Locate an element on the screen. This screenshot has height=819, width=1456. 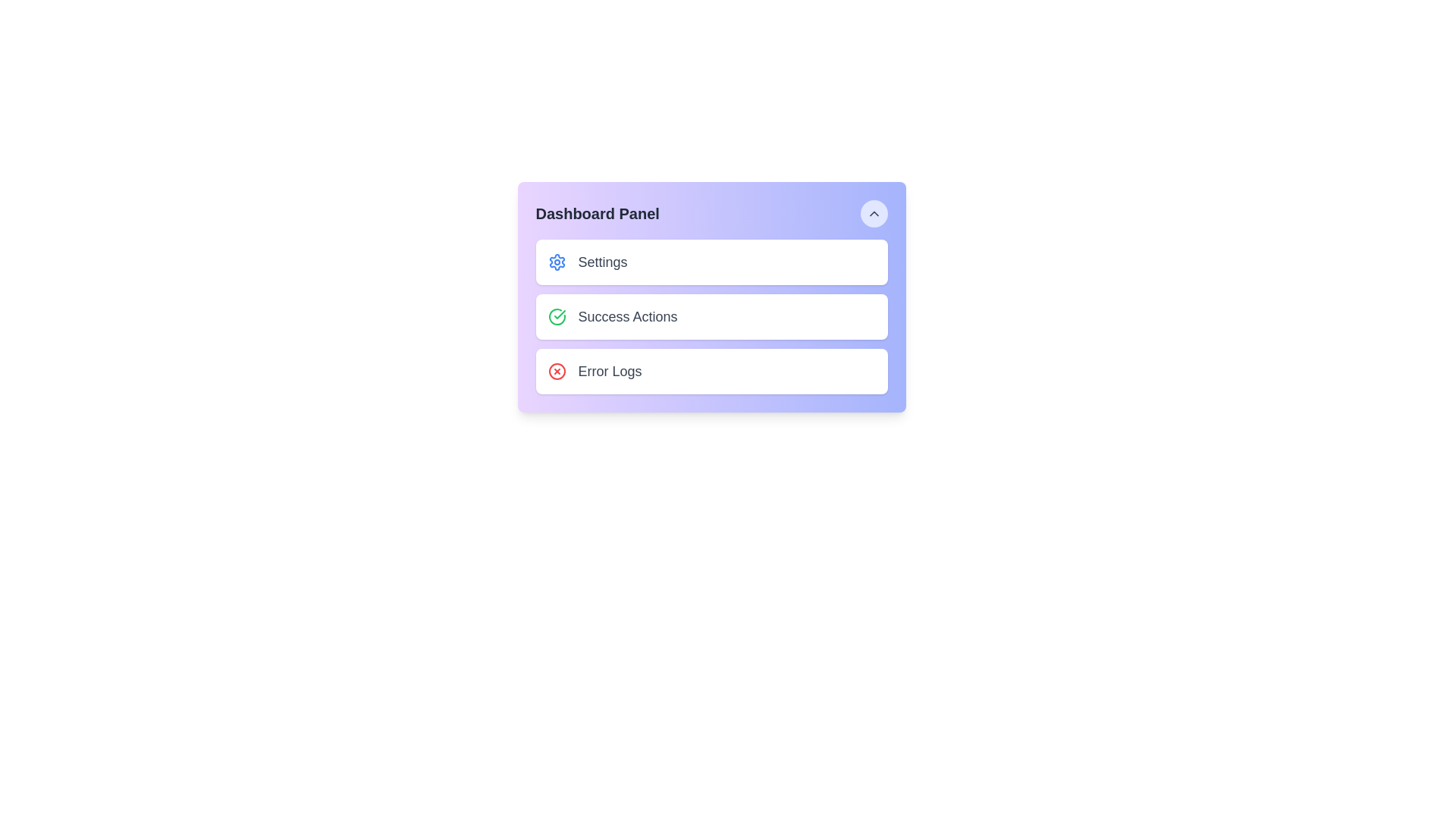
the chevron icon in the top-right corner of the 'Dashboard Panel' card is located at coordinates (874, 213).